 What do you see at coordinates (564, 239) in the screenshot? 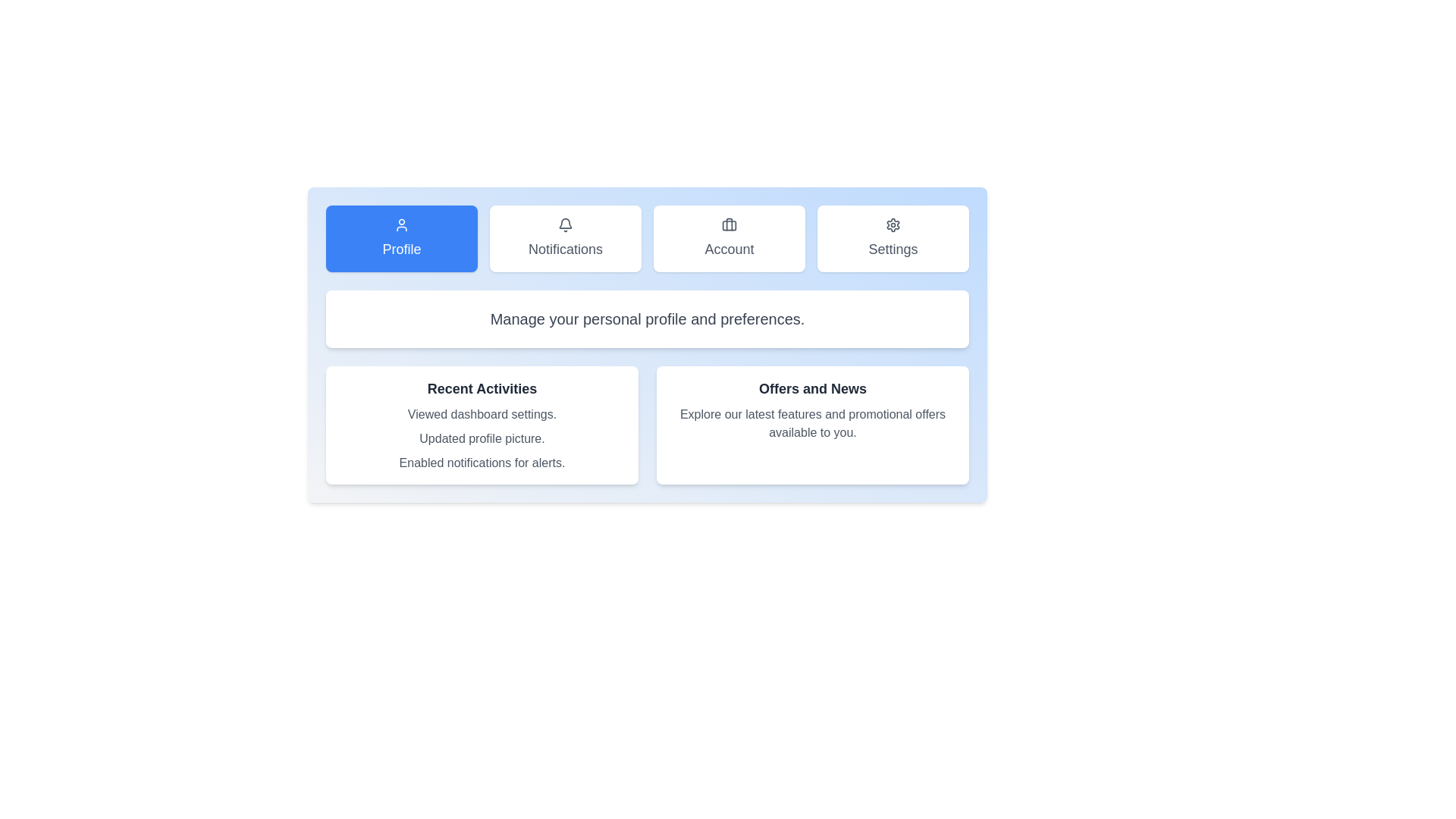
I see `the 'Notifications' button, which is the second button in a horizontal row of four buttons at the top of the interface, located between the 'Profile' and 'Account' buttons` at bounding box center [564, 239].